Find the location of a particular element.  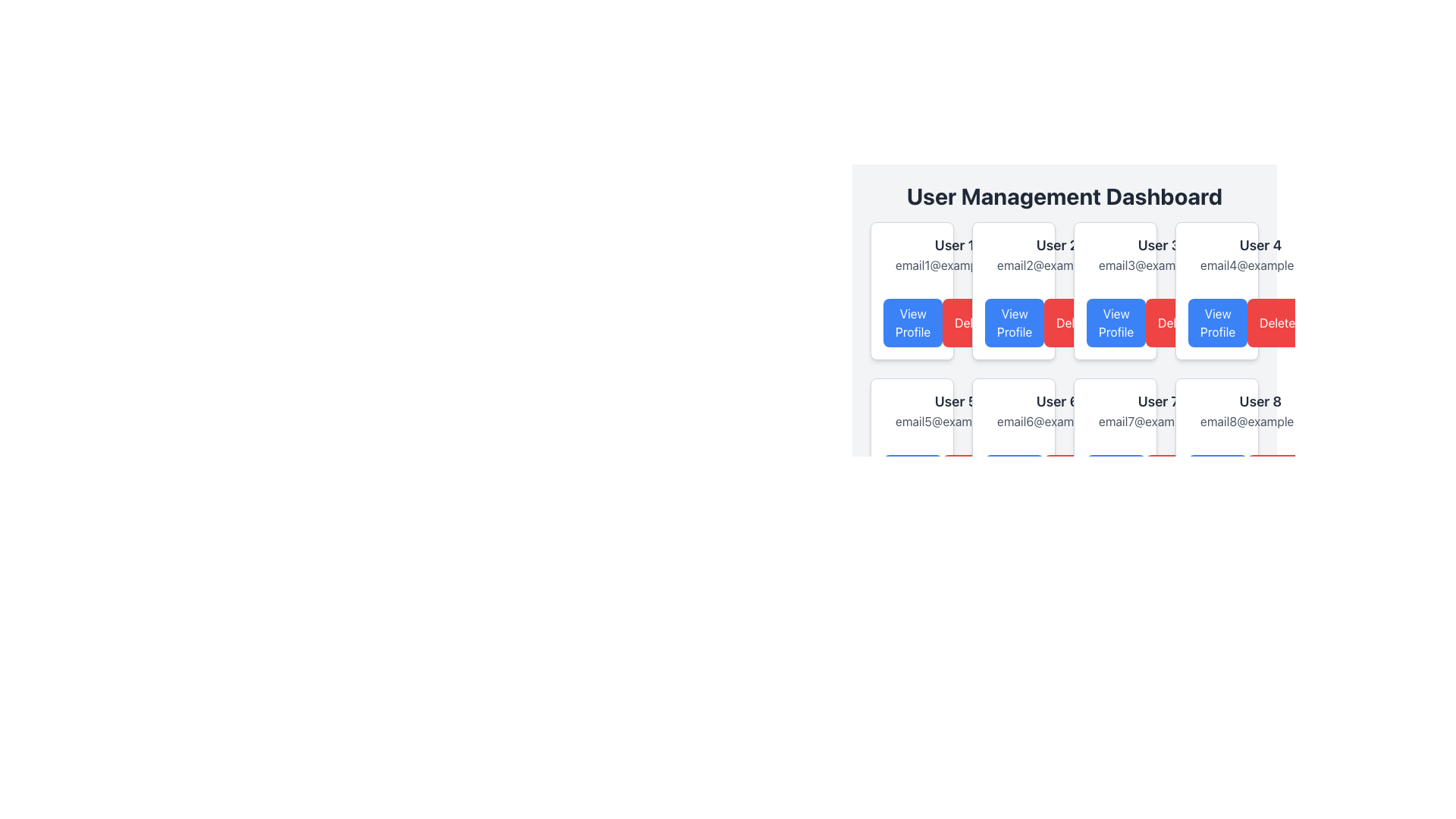

the 'View Profile' button, which is a rectangular button with rounded corners, a blue background, and white text, located is located at coordinates (912, 322).